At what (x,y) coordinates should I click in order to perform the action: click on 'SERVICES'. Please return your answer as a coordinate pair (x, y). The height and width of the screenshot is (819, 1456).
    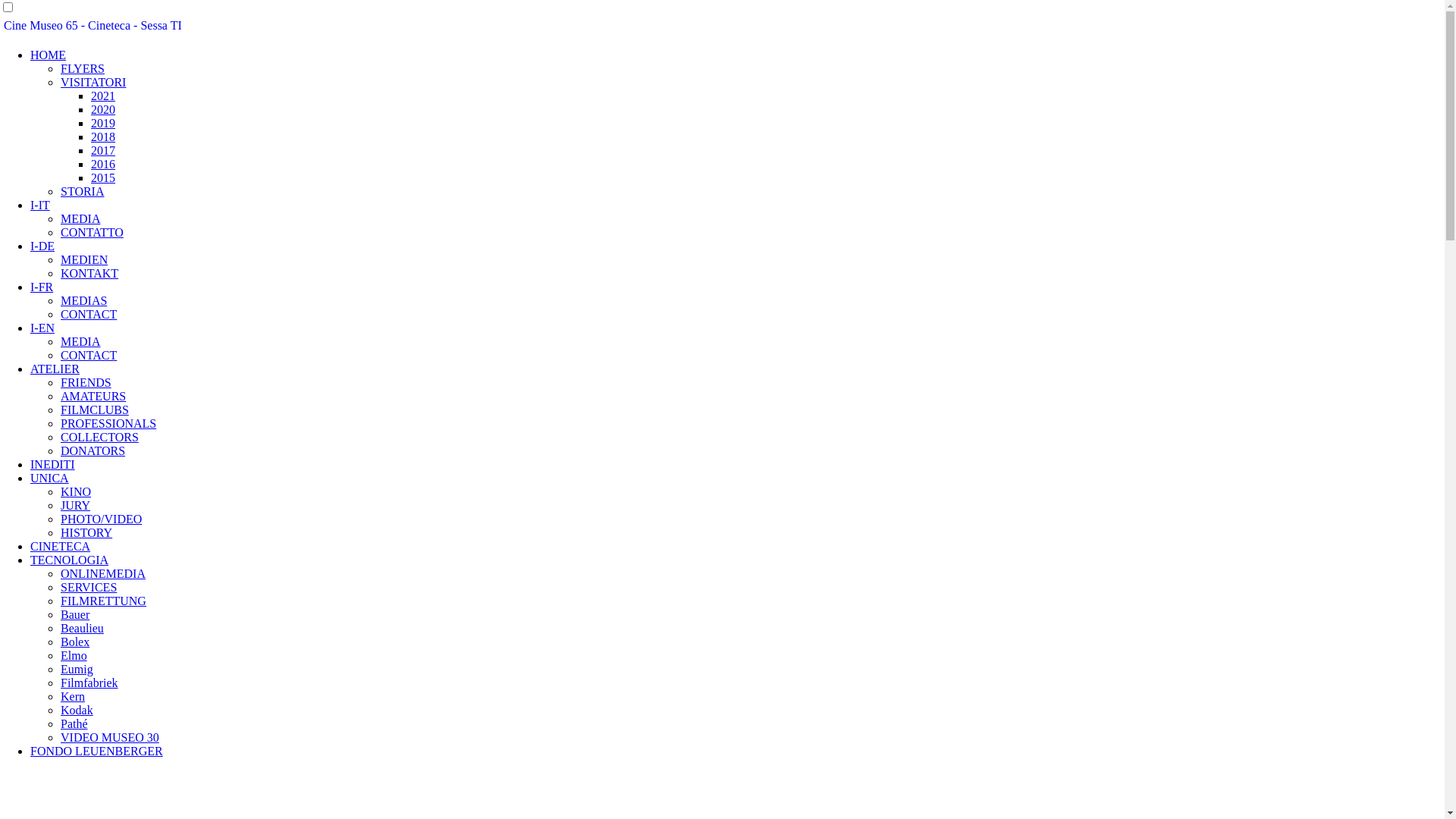
    Looking at the image, I should click on (87, 586).